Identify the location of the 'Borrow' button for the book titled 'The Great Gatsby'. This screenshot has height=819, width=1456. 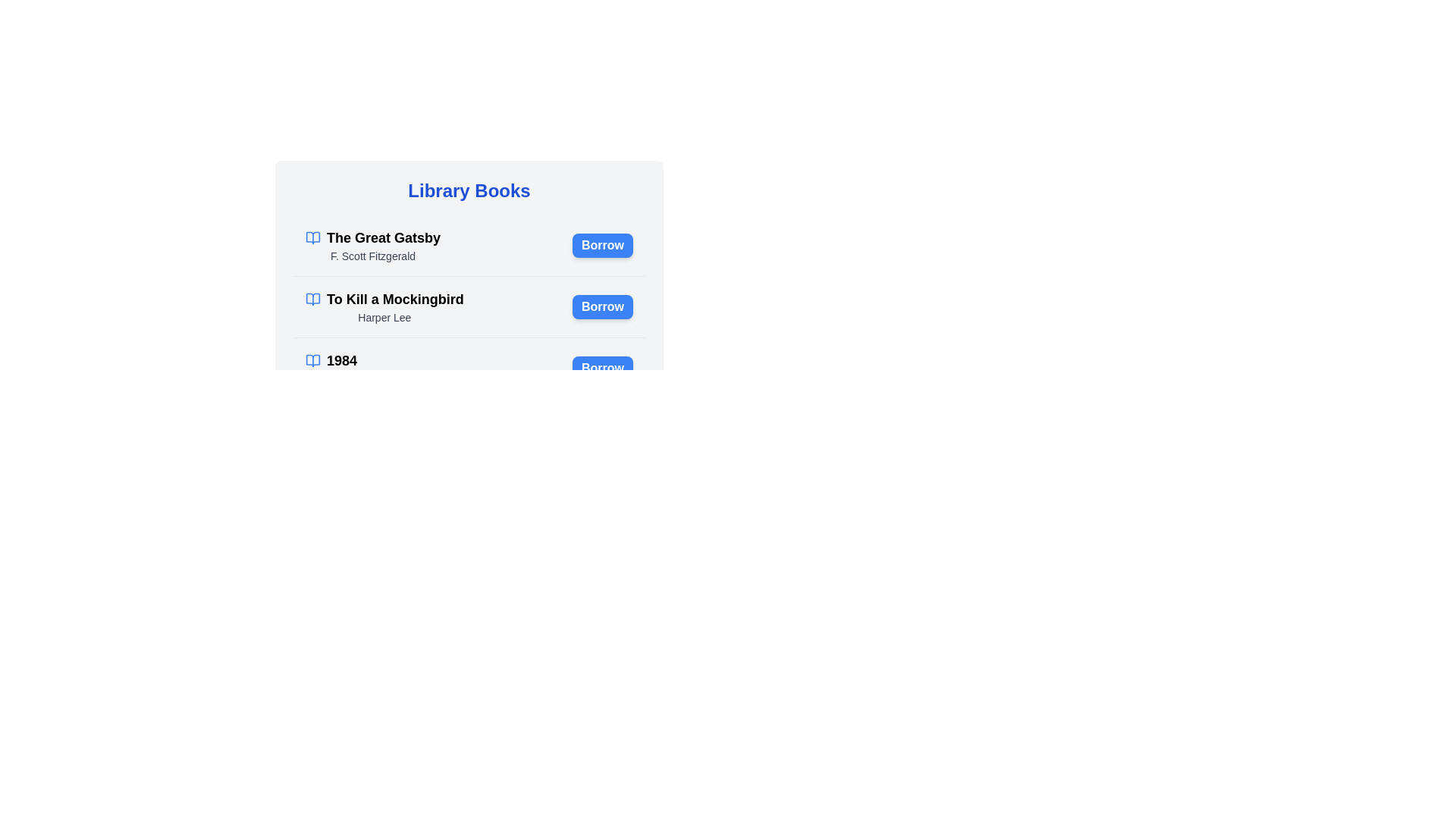
(602, 245).